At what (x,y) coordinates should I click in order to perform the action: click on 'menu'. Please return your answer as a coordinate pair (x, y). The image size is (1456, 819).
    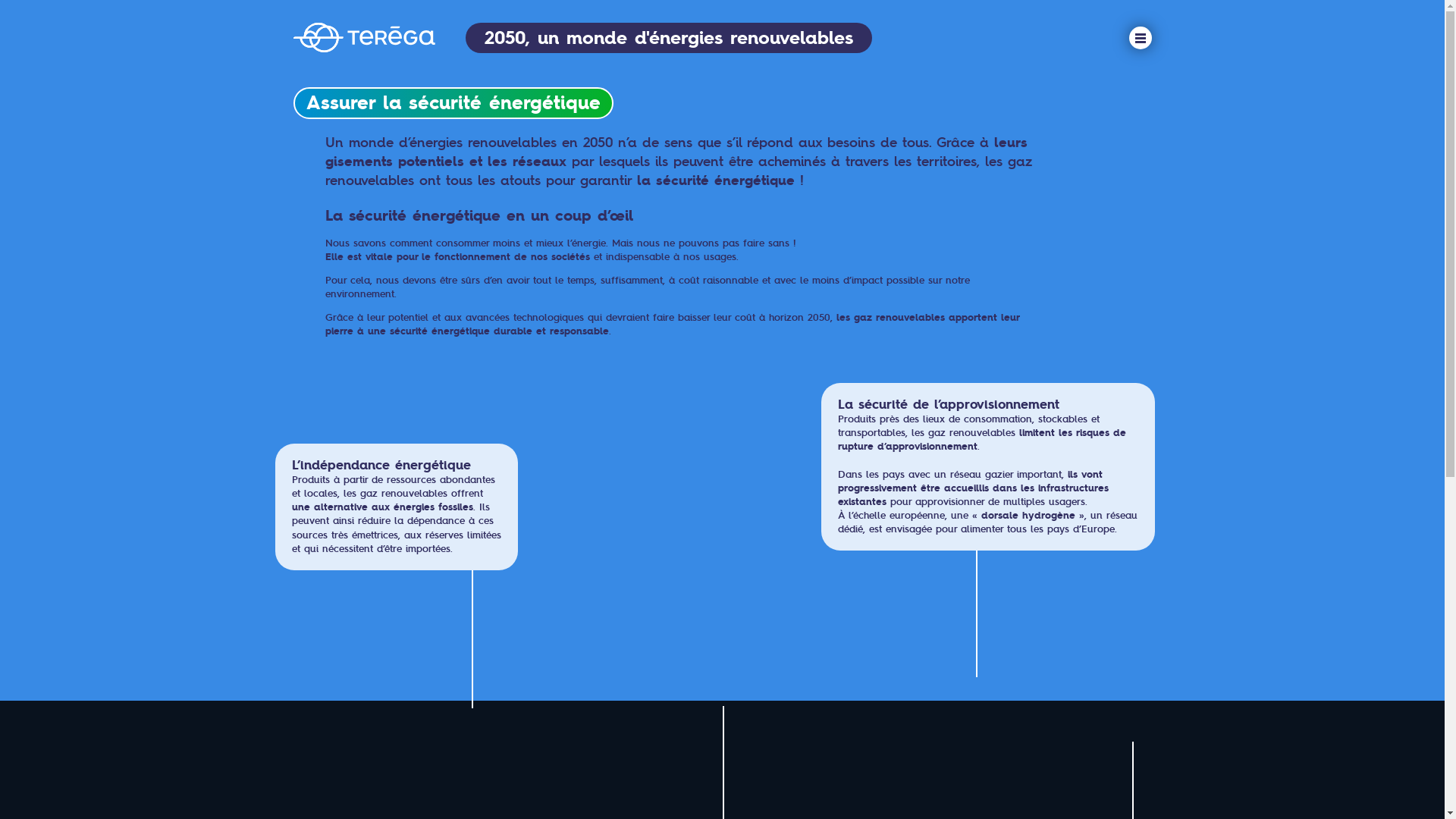
    Looking at the image, I should click on (1139, 37).